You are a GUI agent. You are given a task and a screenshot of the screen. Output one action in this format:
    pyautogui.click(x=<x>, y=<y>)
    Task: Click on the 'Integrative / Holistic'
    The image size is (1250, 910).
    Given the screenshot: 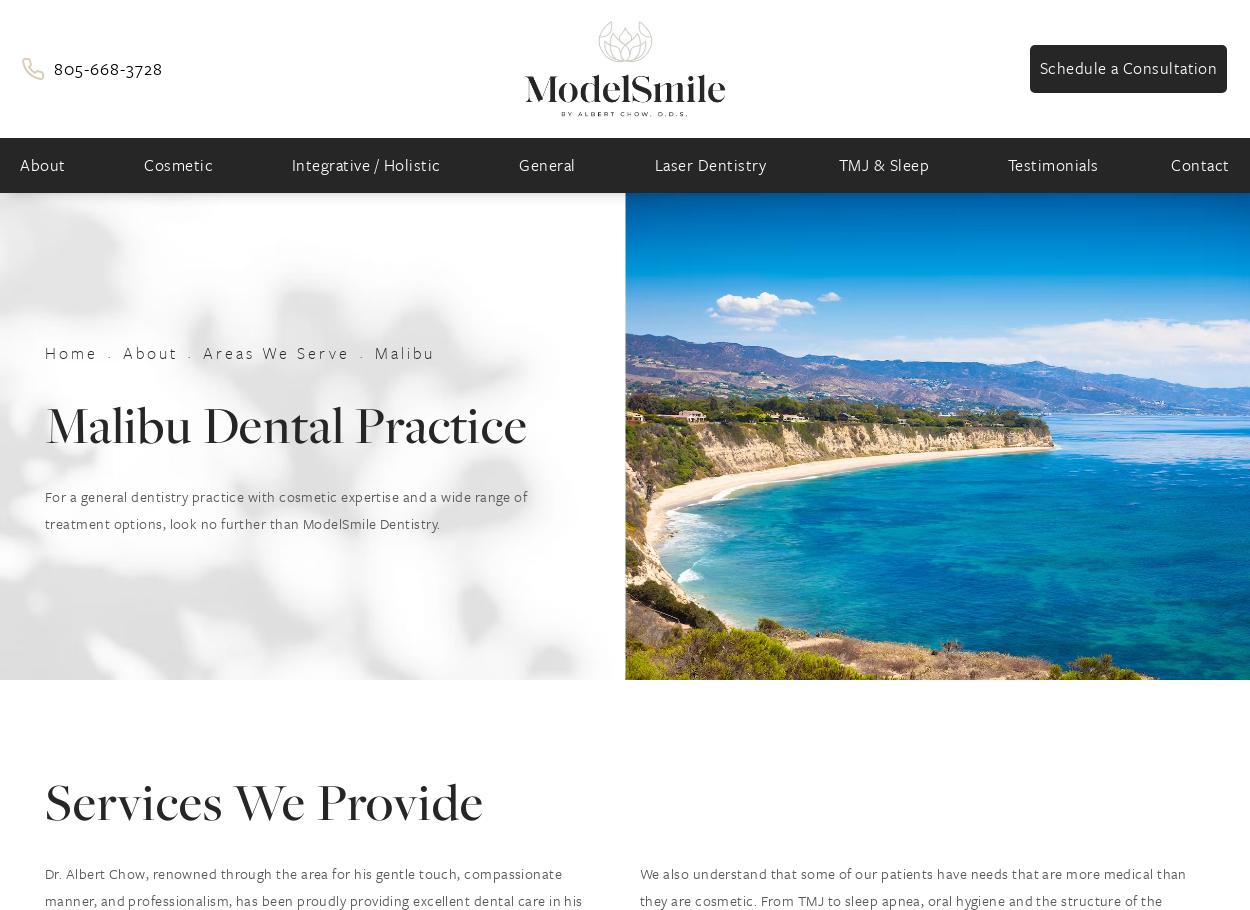 What is the action you would take?
    pyautogui.click(x=364, y=164)
    